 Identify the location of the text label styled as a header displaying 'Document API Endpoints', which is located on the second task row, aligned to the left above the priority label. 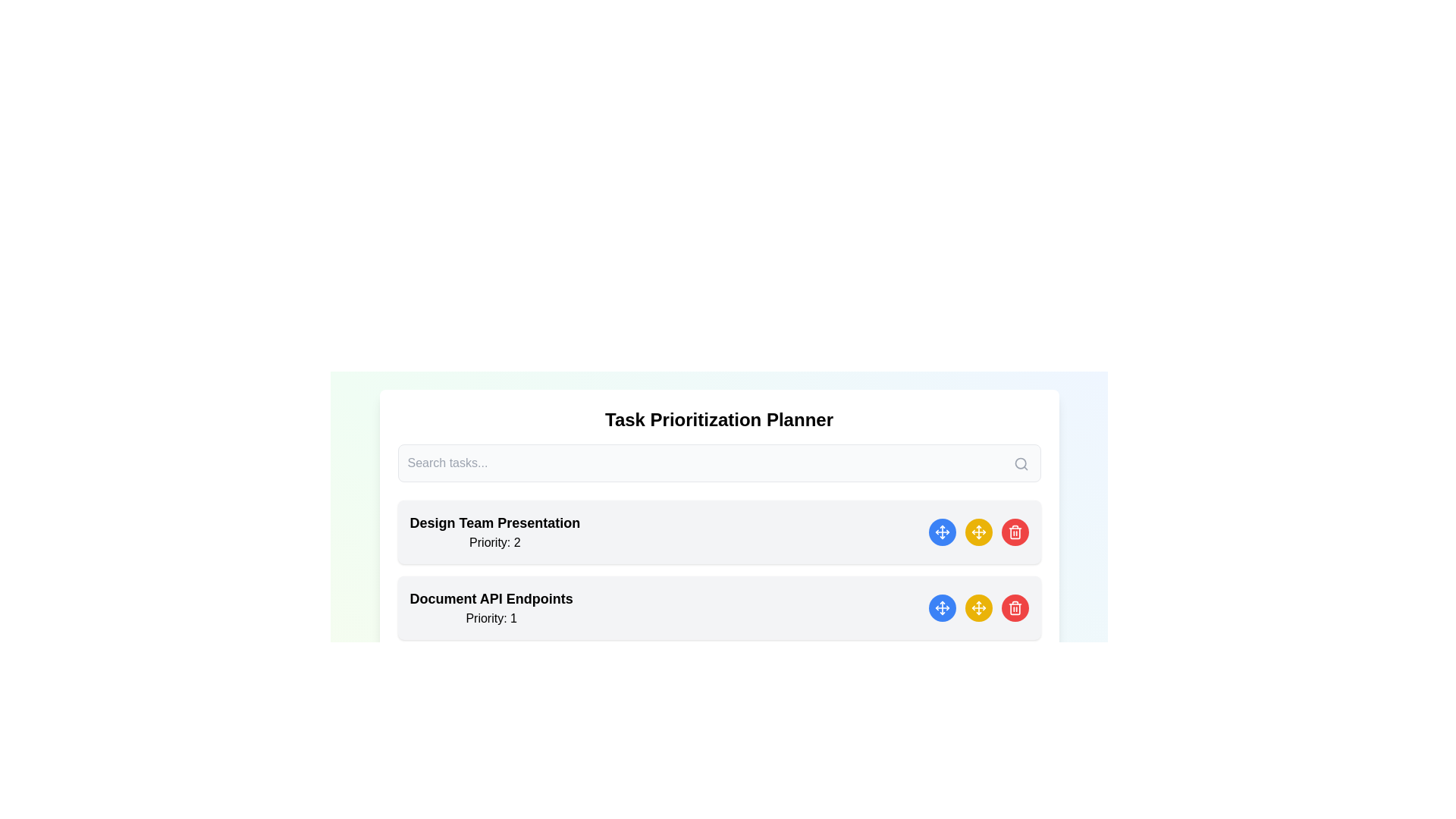
(491, 598).